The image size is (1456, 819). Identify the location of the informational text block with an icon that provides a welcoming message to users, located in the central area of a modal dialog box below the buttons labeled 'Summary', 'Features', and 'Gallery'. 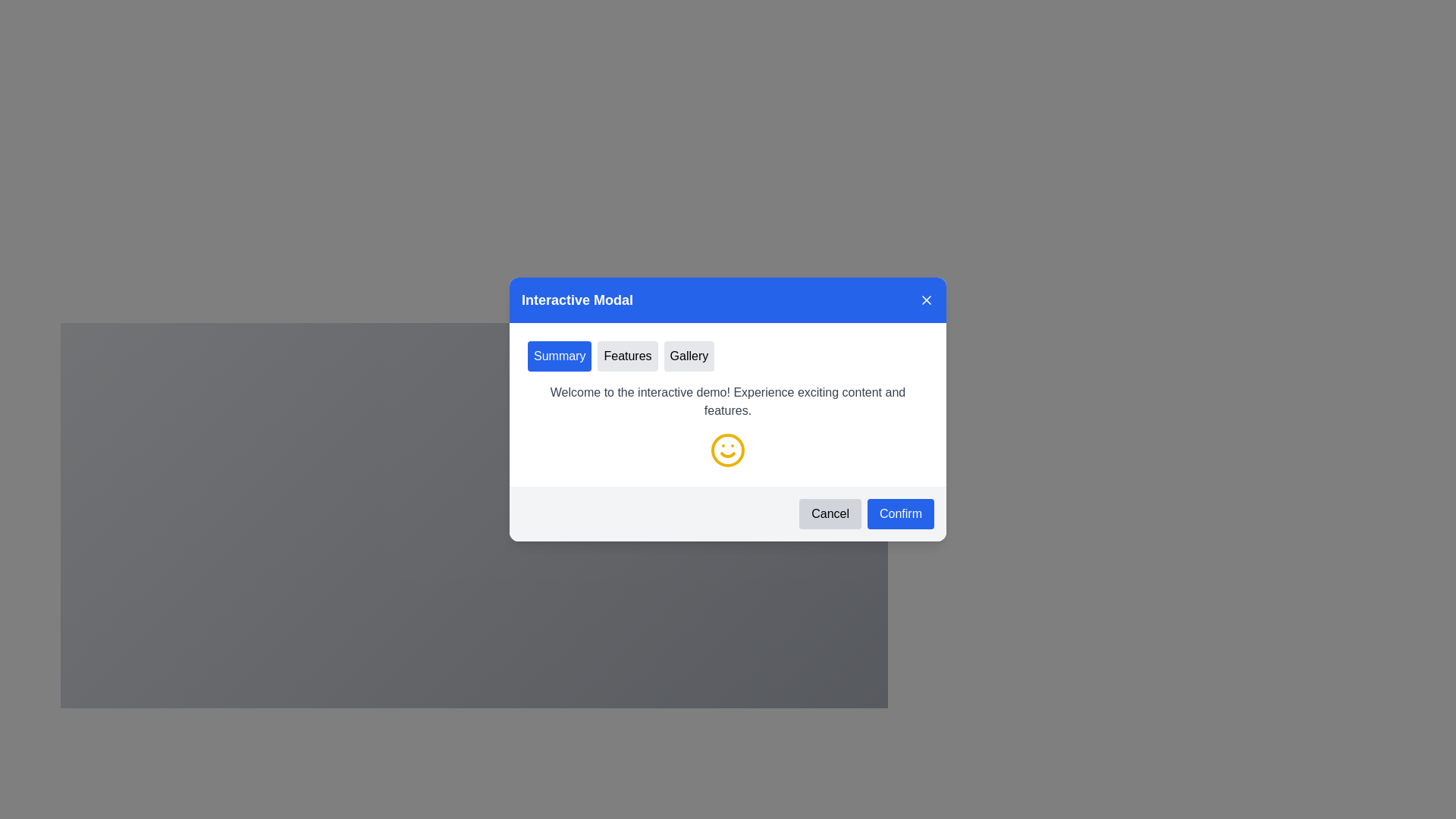
(728, 426).